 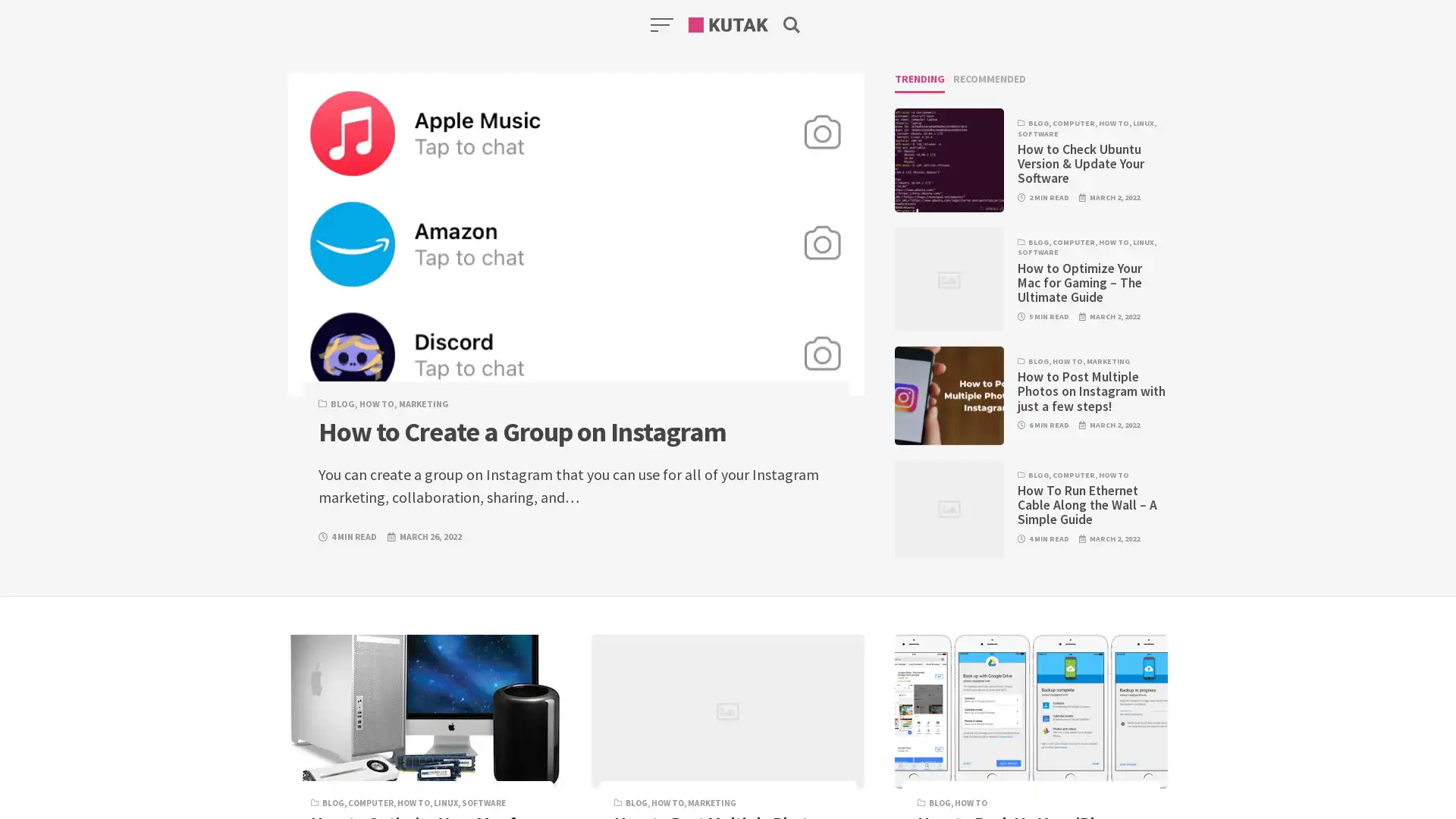 I want to click on TRENDING, so click(x=919, y=82).